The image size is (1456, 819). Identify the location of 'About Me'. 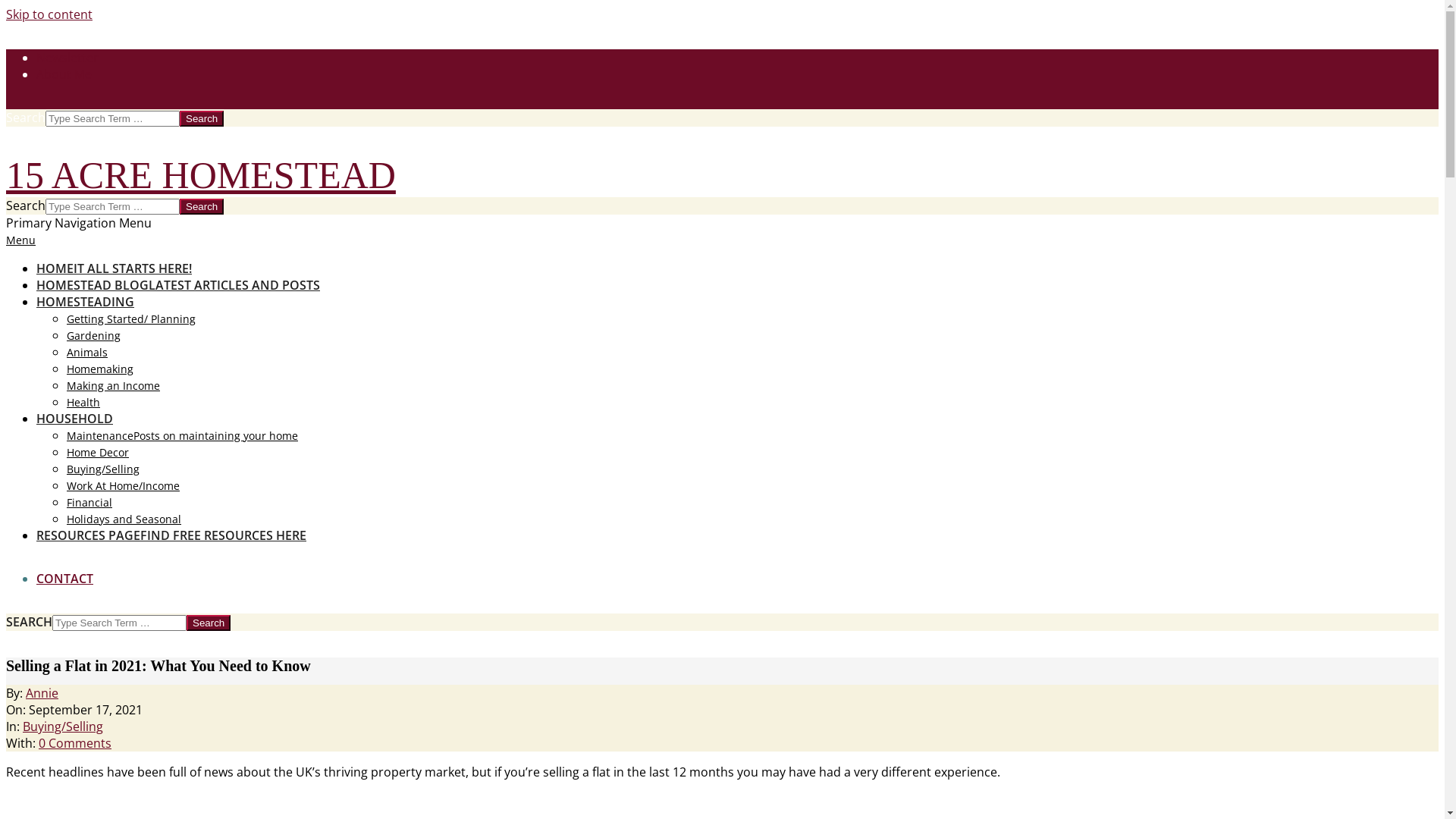
(63, 74).